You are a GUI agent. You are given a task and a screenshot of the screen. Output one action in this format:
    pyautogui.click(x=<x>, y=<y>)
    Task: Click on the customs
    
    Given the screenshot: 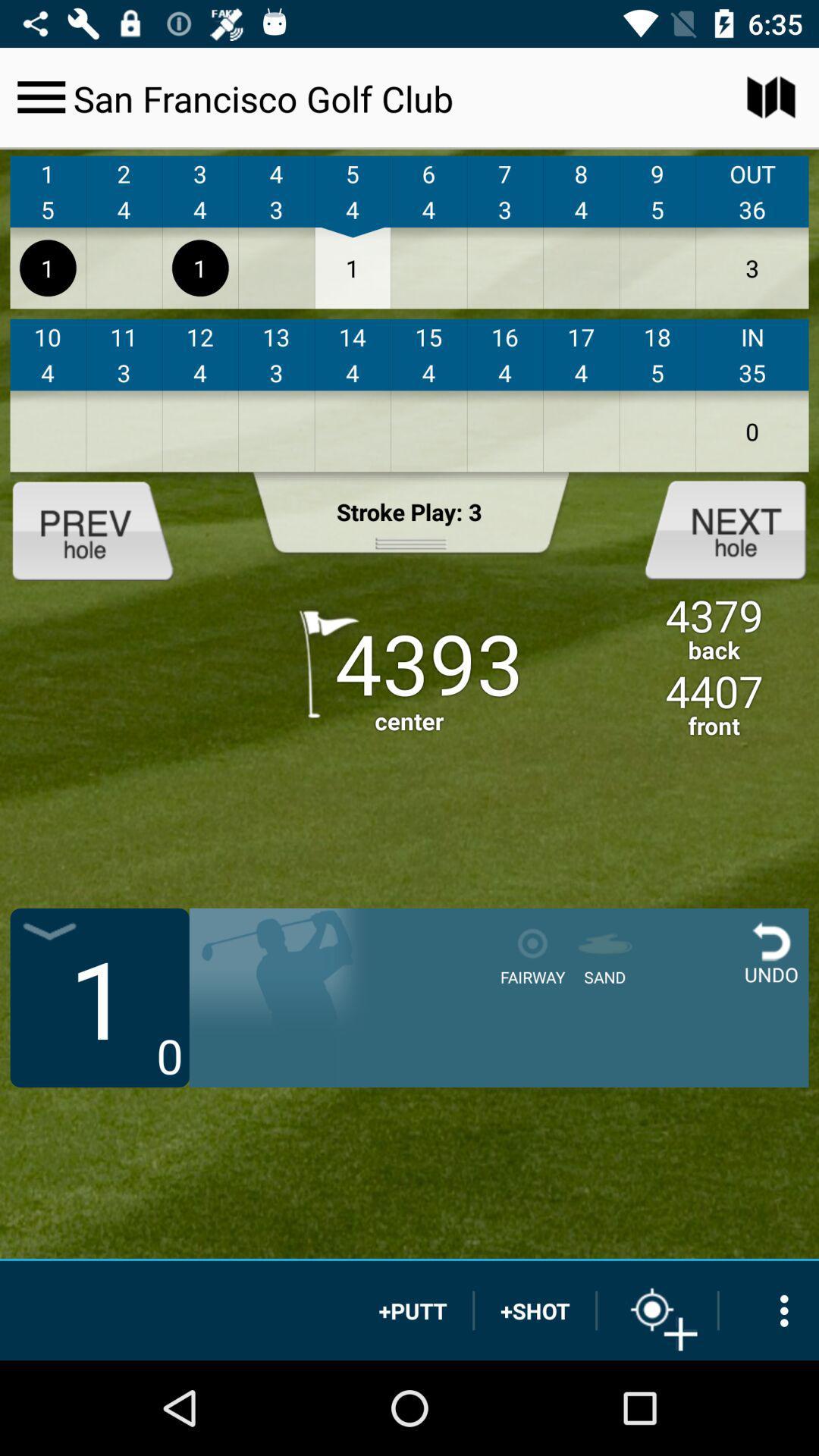 What is the action you would take?
    pyautogui.click(x=40, y=96)
    